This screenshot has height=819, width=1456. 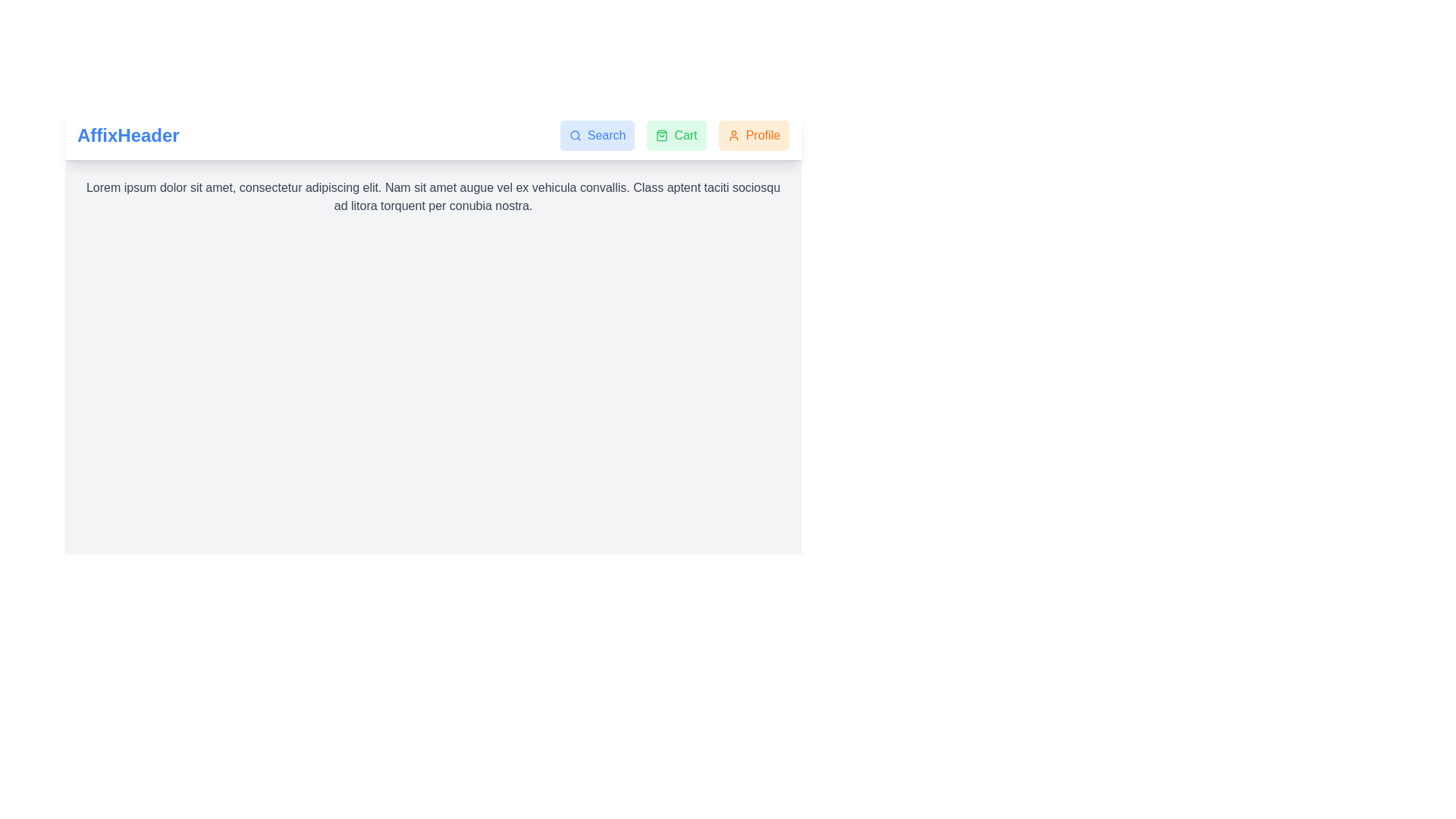 I want to click on the circular body of the magnifying glass icon, which represents the search functionality in the navigation header, so click(x=574, y=134).